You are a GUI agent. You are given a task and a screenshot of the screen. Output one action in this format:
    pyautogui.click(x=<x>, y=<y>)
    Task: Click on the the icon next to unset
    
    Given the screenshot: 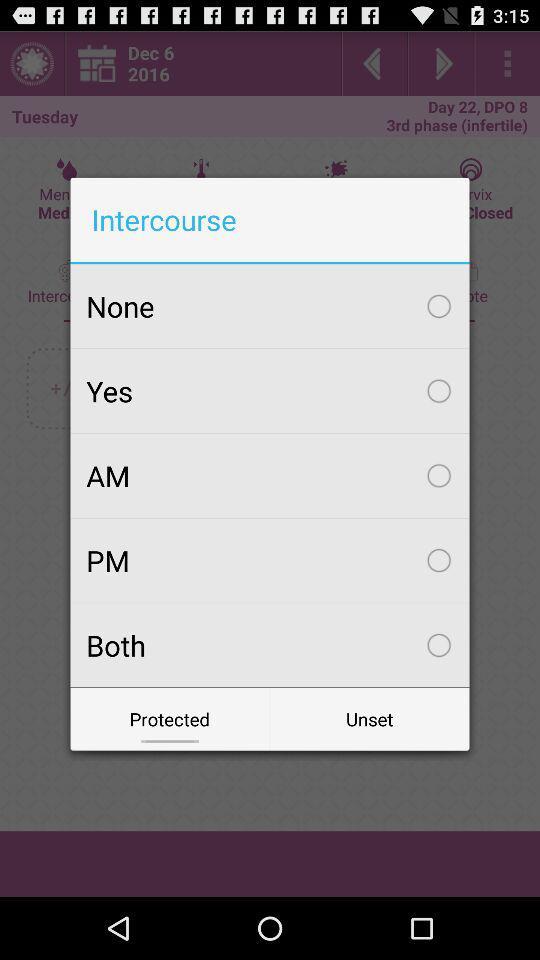 What is the action you would take?
    pyautogui.click(x=170, y=719)
    